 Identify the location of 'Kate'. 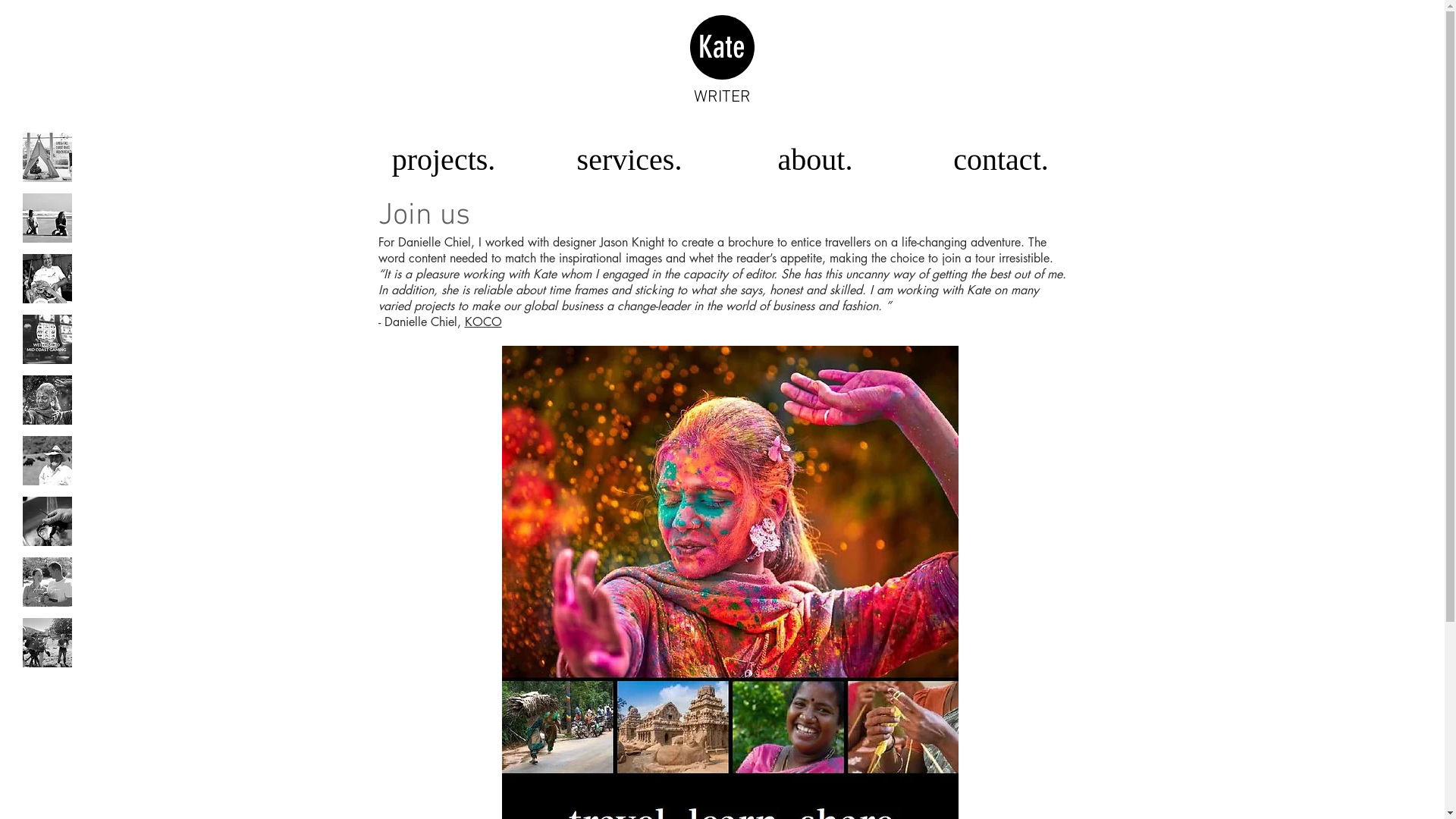
(720, 45).